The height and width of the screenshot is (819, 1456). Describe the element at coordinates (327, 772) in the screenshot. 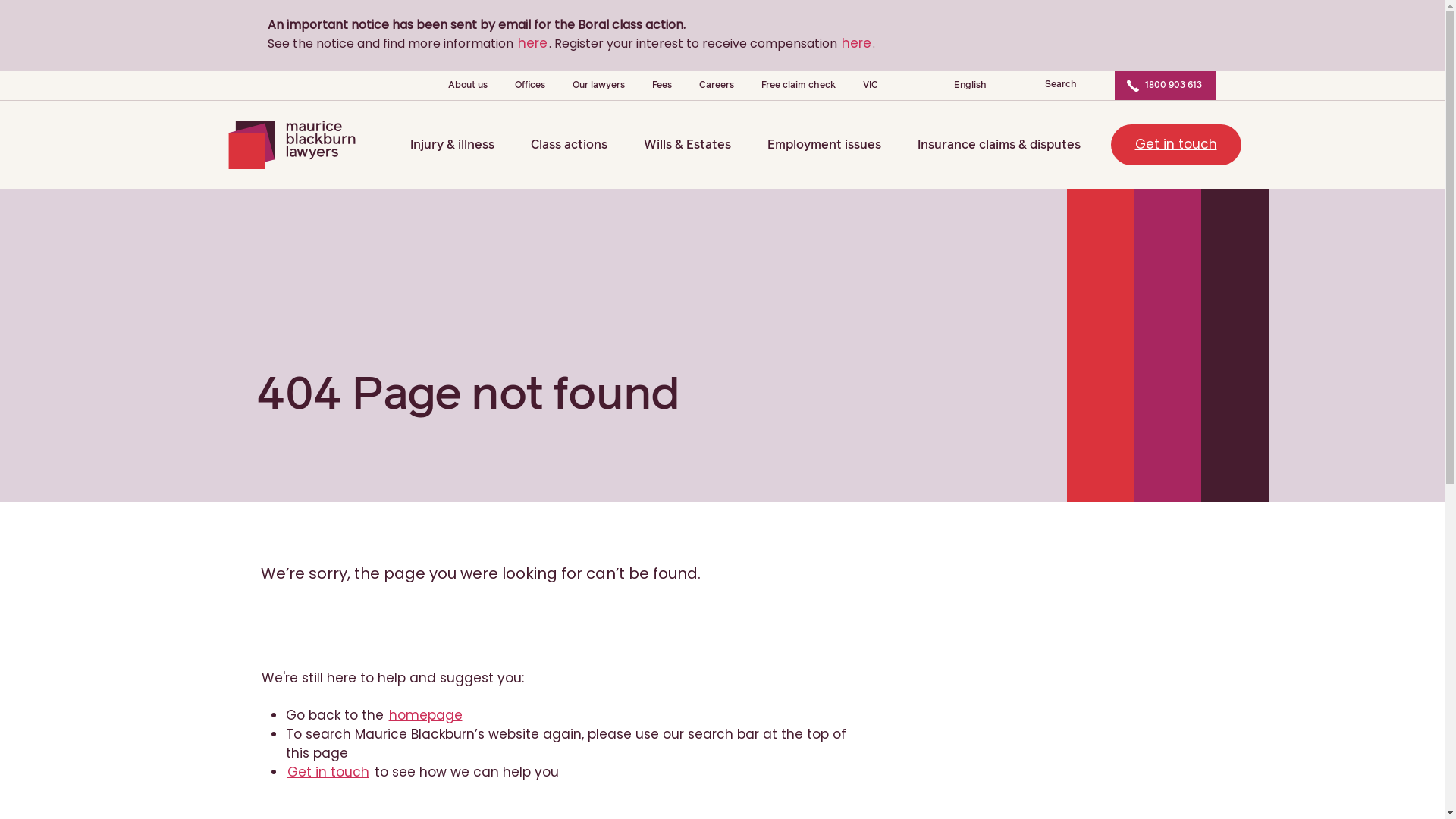

I see `'Get in touch'` at that location.